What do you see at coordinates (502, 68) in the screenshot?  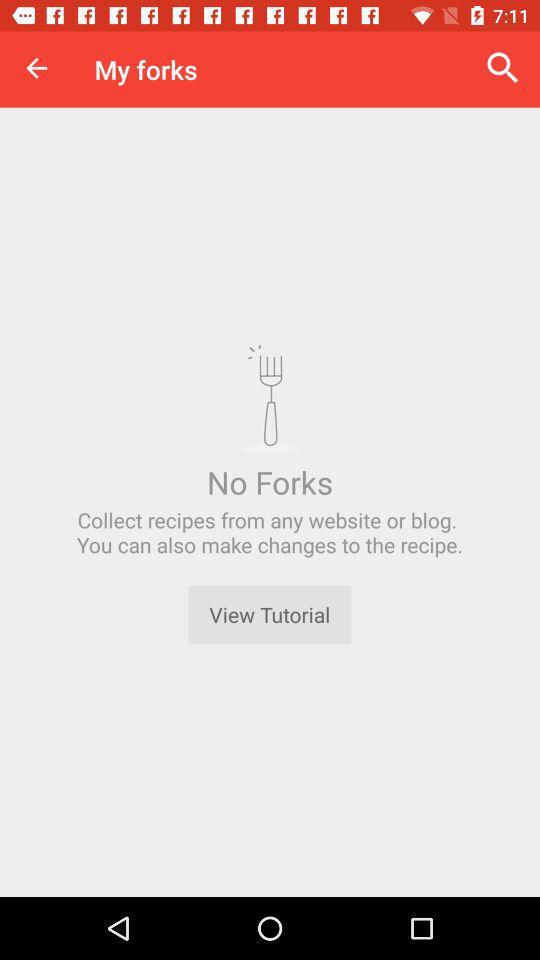 I see `the item to the right of my forks item` at bounding box center [502, 68].